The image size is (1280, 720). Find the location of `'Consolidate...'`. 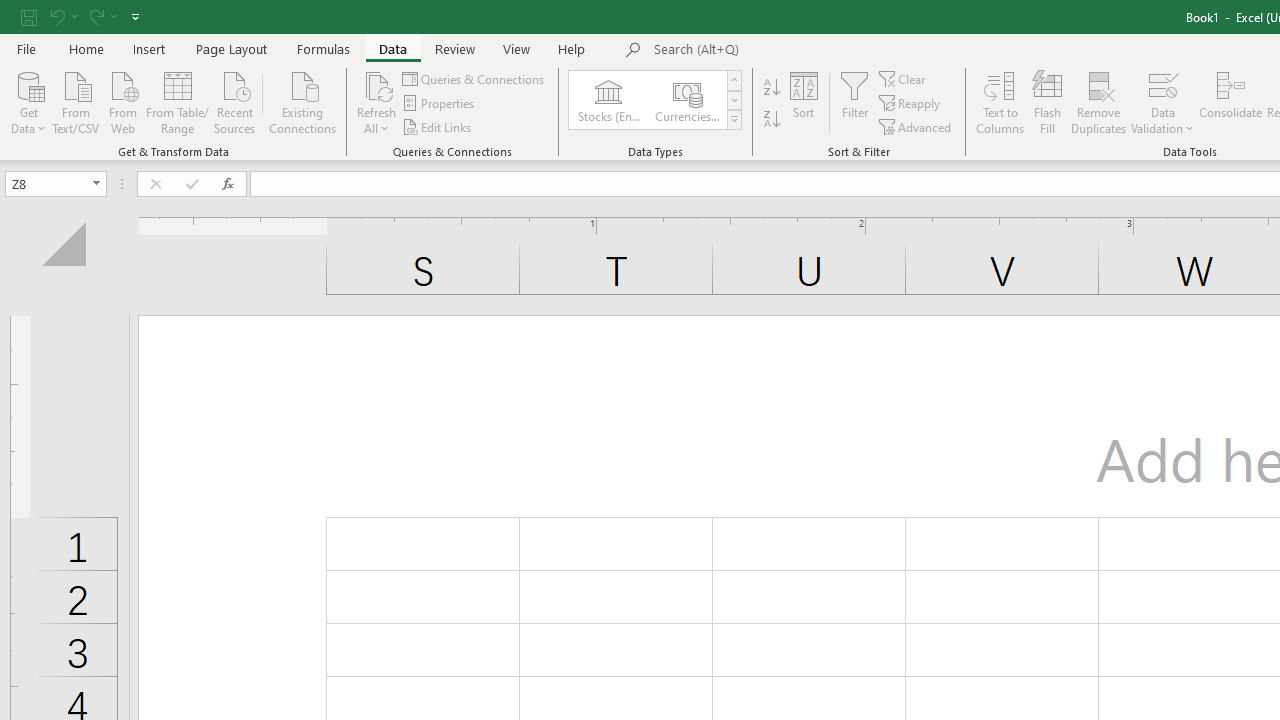

'Consolidate...' is located at coordinates (1229, 103).